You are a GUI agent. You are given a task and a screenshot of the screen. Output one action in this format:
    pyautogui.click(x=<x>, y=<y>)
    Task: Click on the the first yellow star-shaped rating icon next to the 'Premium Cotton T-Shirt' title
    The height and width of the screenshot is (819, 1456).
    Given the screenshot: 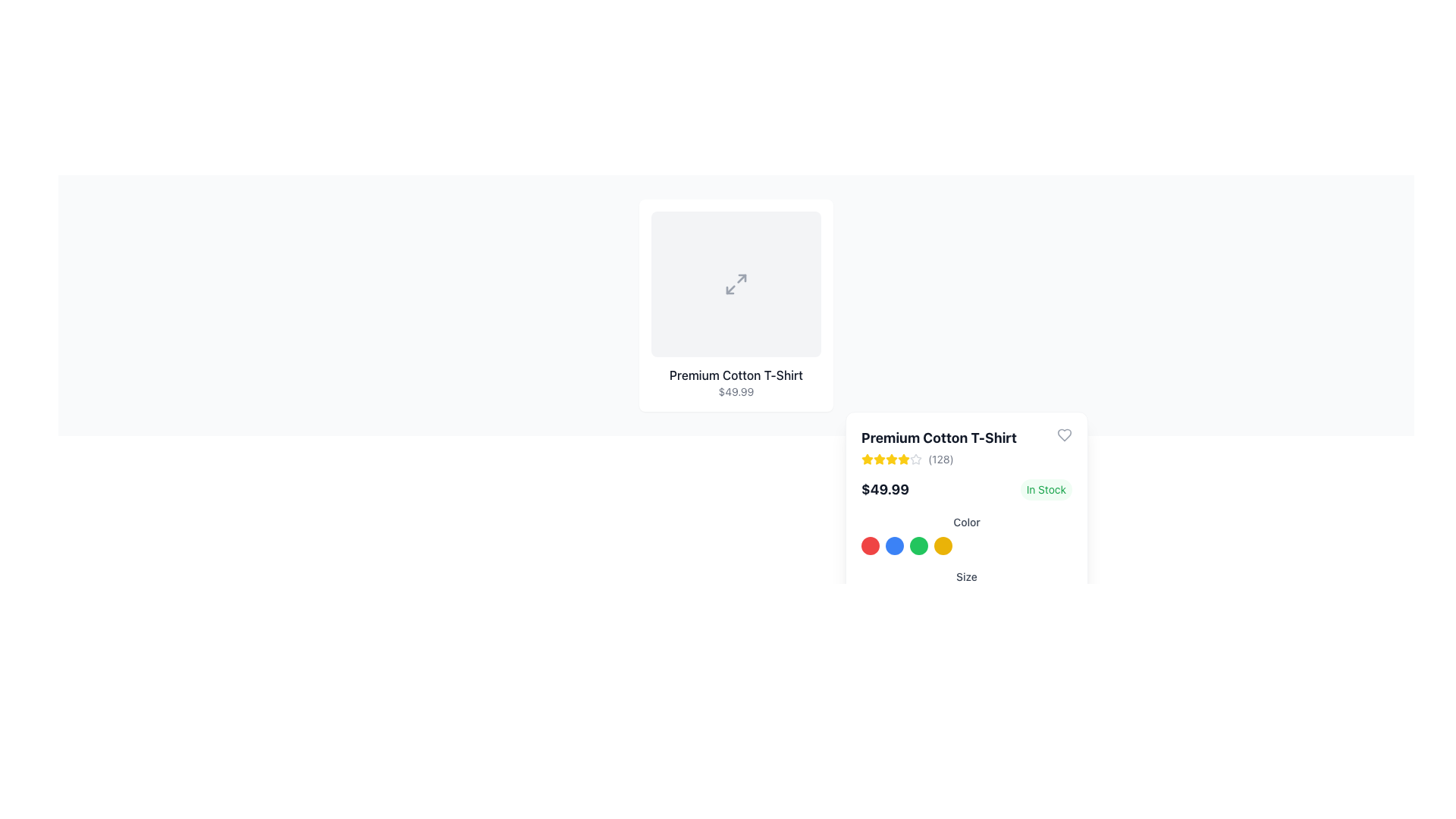 What is the action you would take?
    pyautogui.click(x=903, y=458)
    